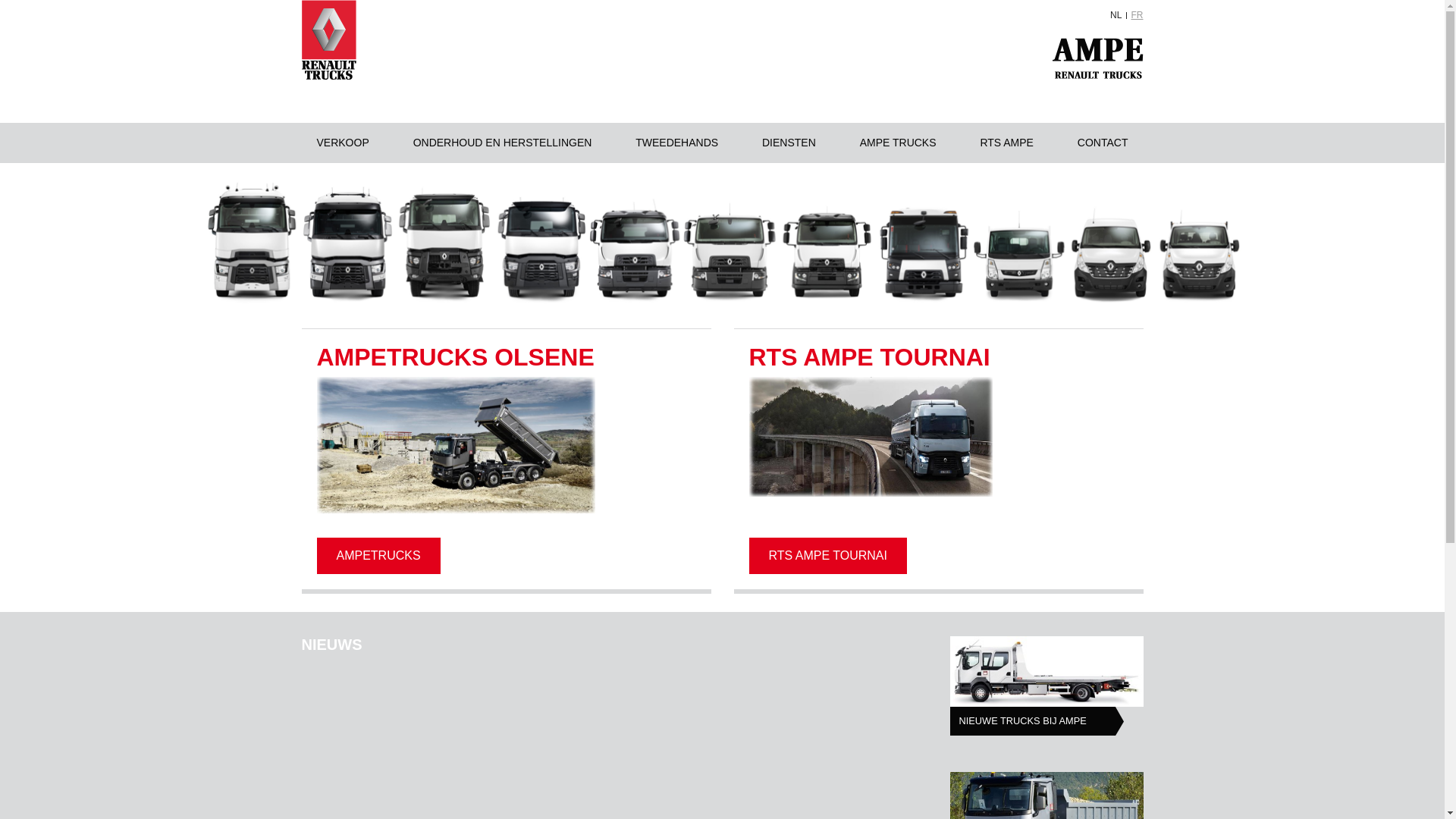  Describe the element at coordinates (328, 39) in the screenshot. I see `'Home'` at that location.